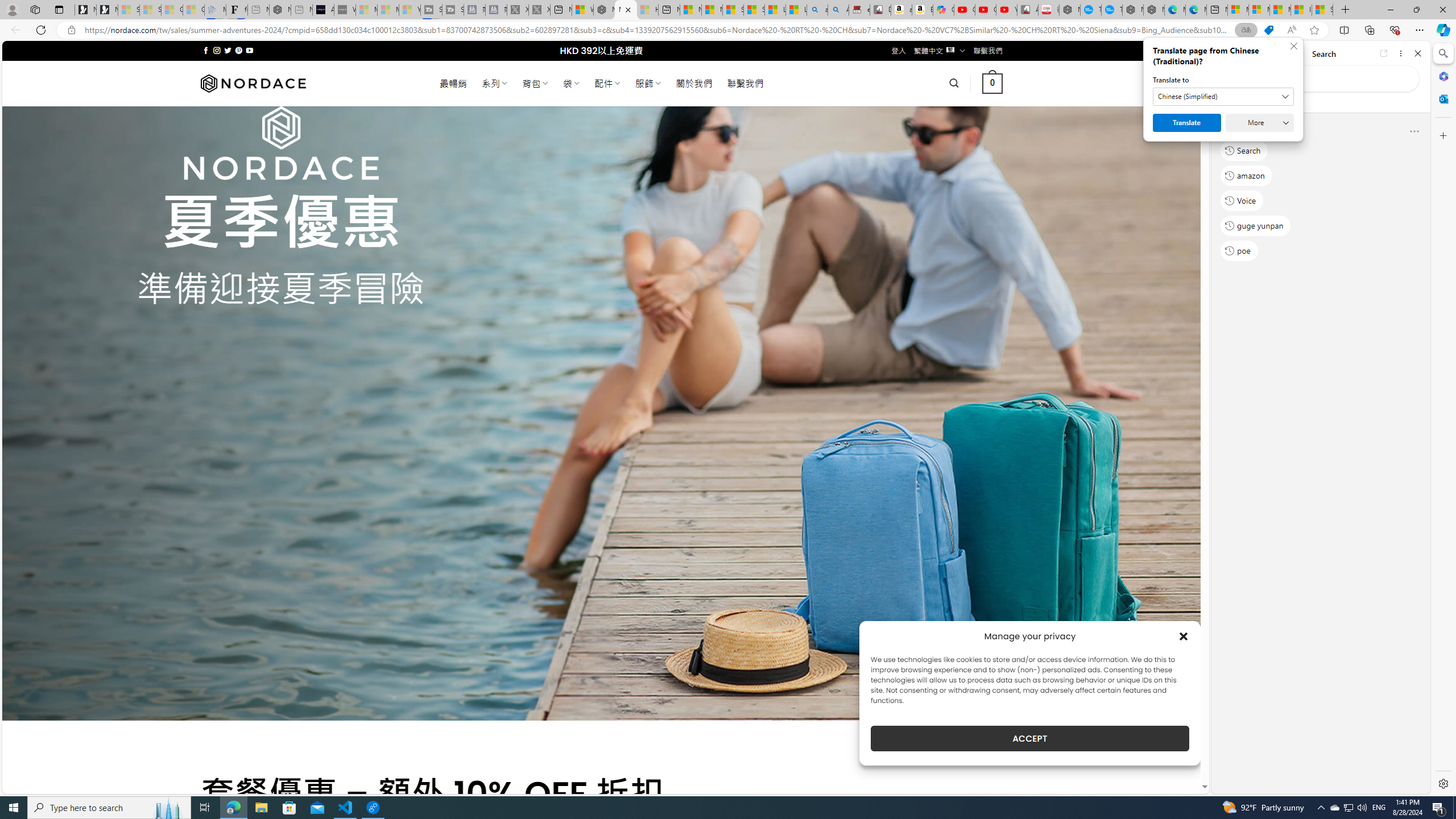 The image size is (1456, 819). Describe the element at coordinates (1069, 9) in the screenshot. I see `'Nordace - My Account'` at that location.